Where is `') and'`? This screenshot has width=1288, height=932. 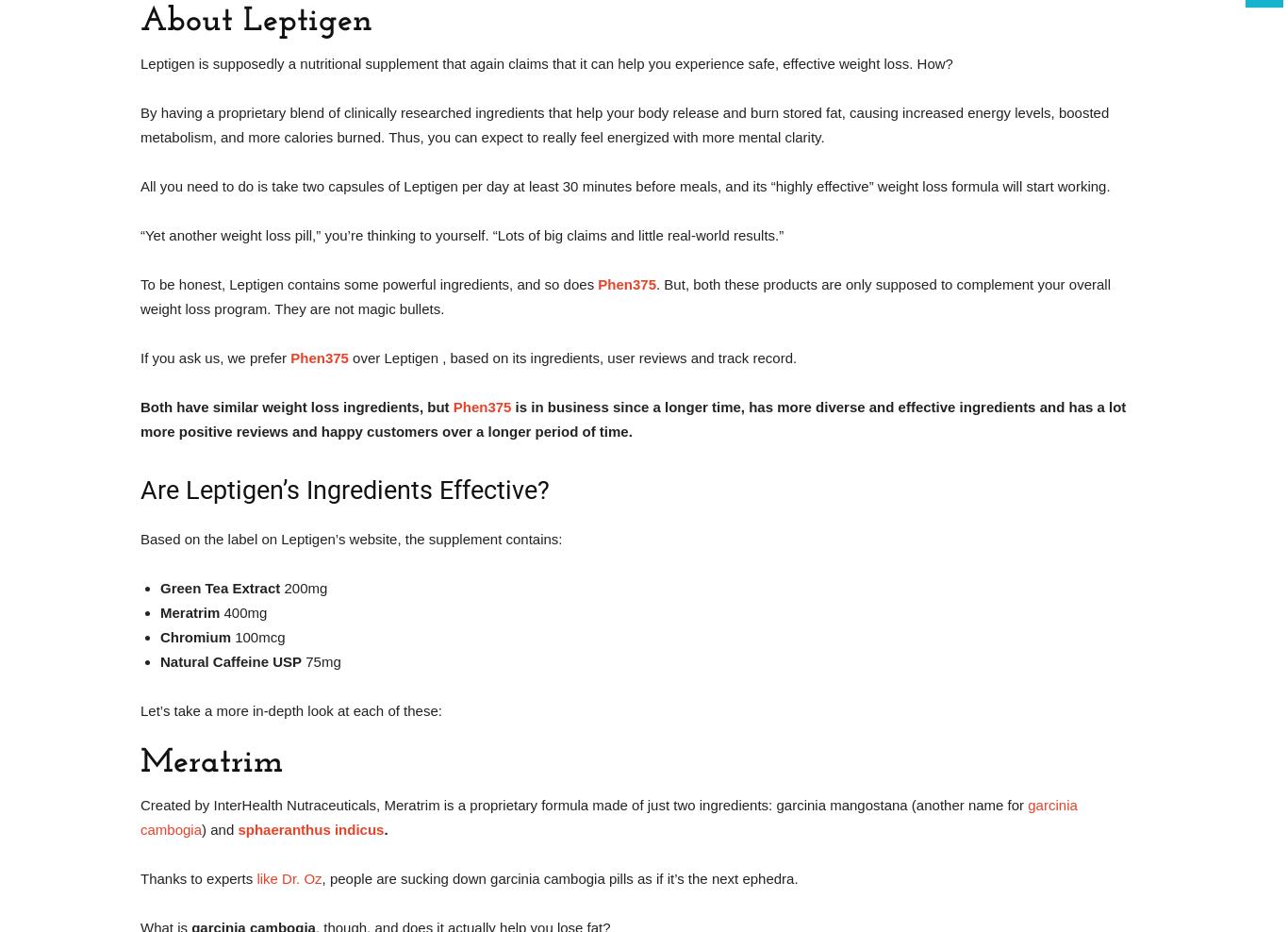
') and' is located at coordinates (220, 828).